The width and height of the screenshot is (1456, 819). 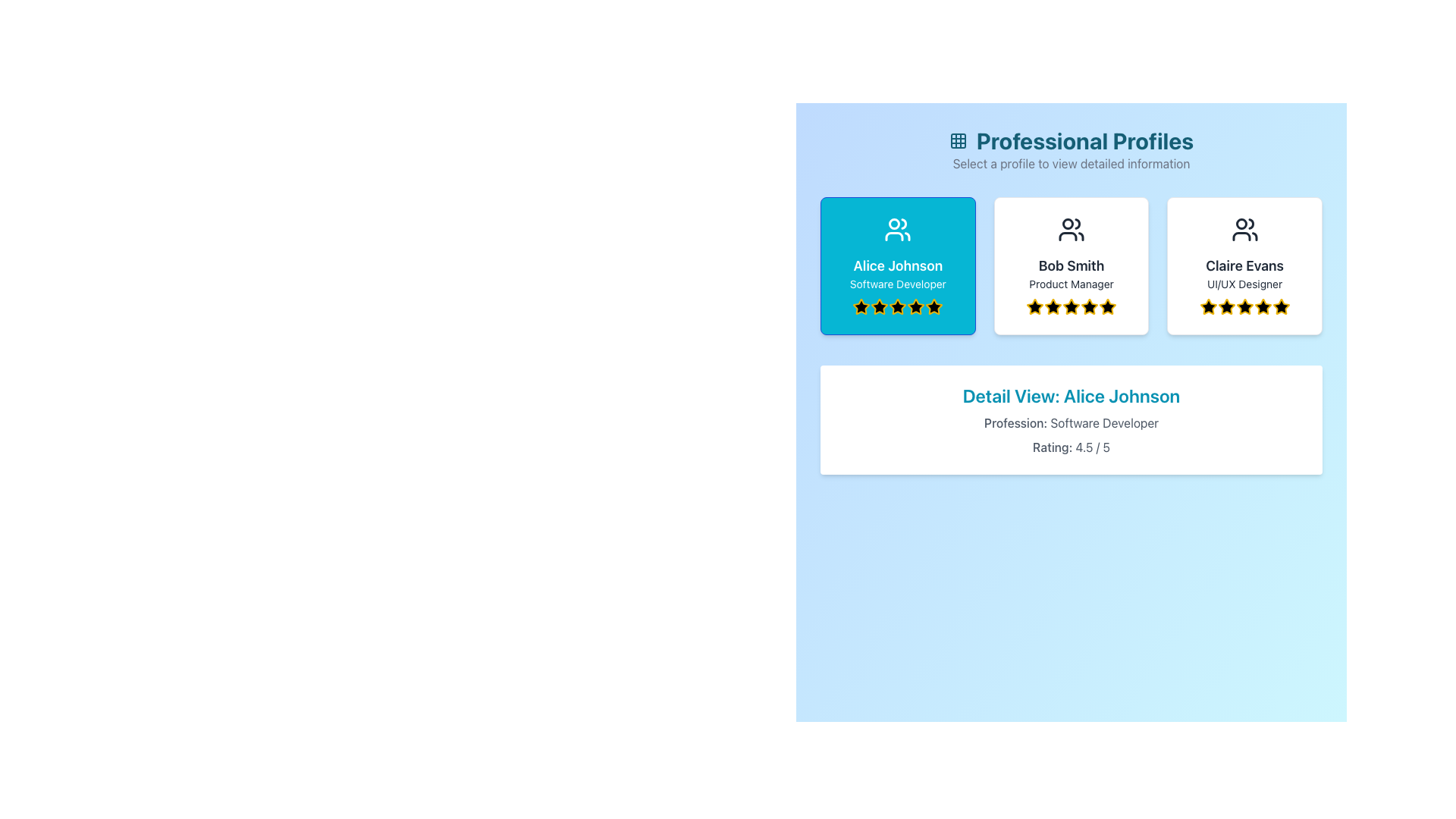 What do you see at coordinates (1226, 307) in the screenshot?
I see `the fourth yellow star icon` at bounding box center [1226, 307].